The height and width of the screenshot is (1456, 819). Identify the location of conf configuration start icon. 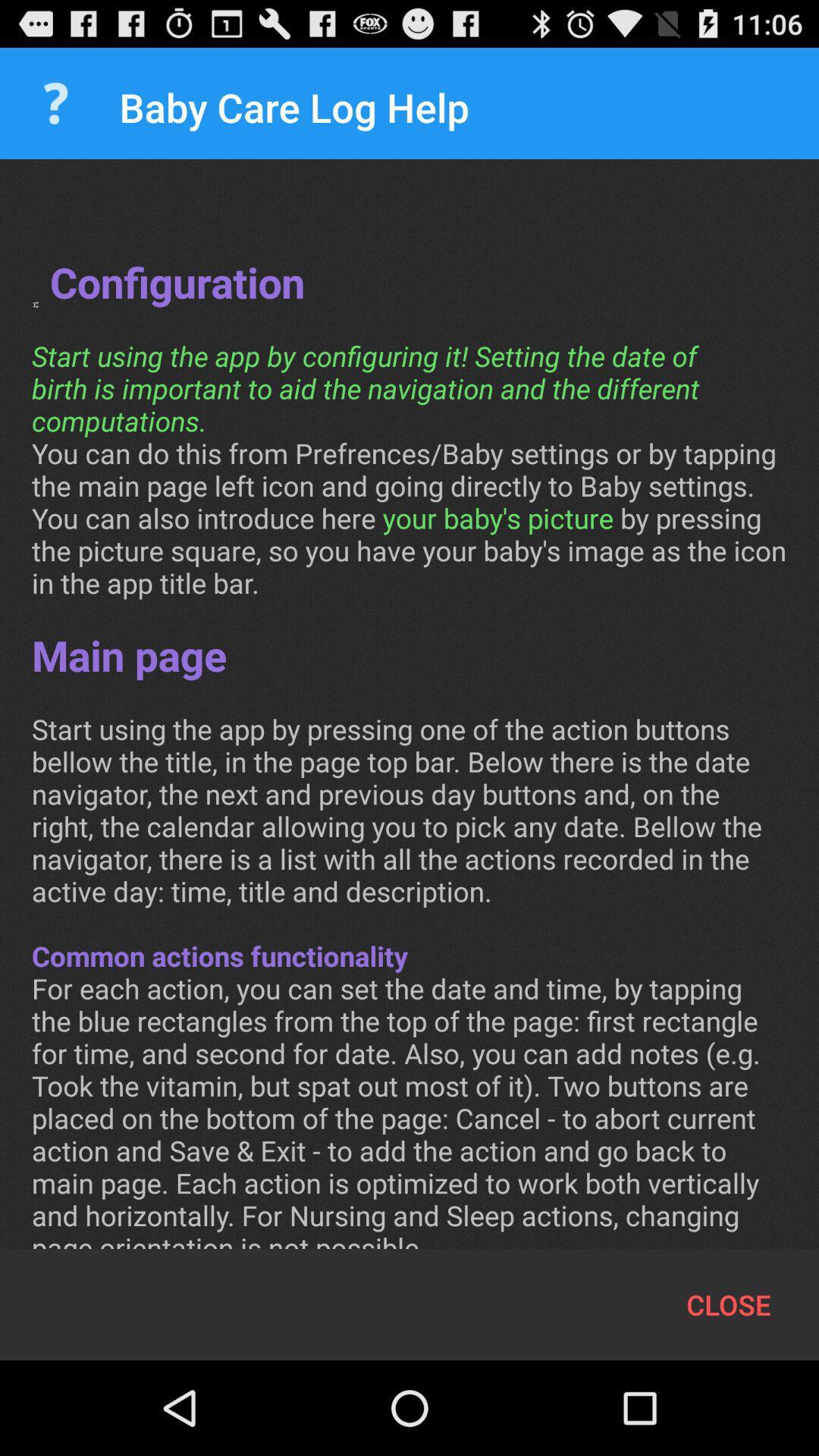
(409, 719).